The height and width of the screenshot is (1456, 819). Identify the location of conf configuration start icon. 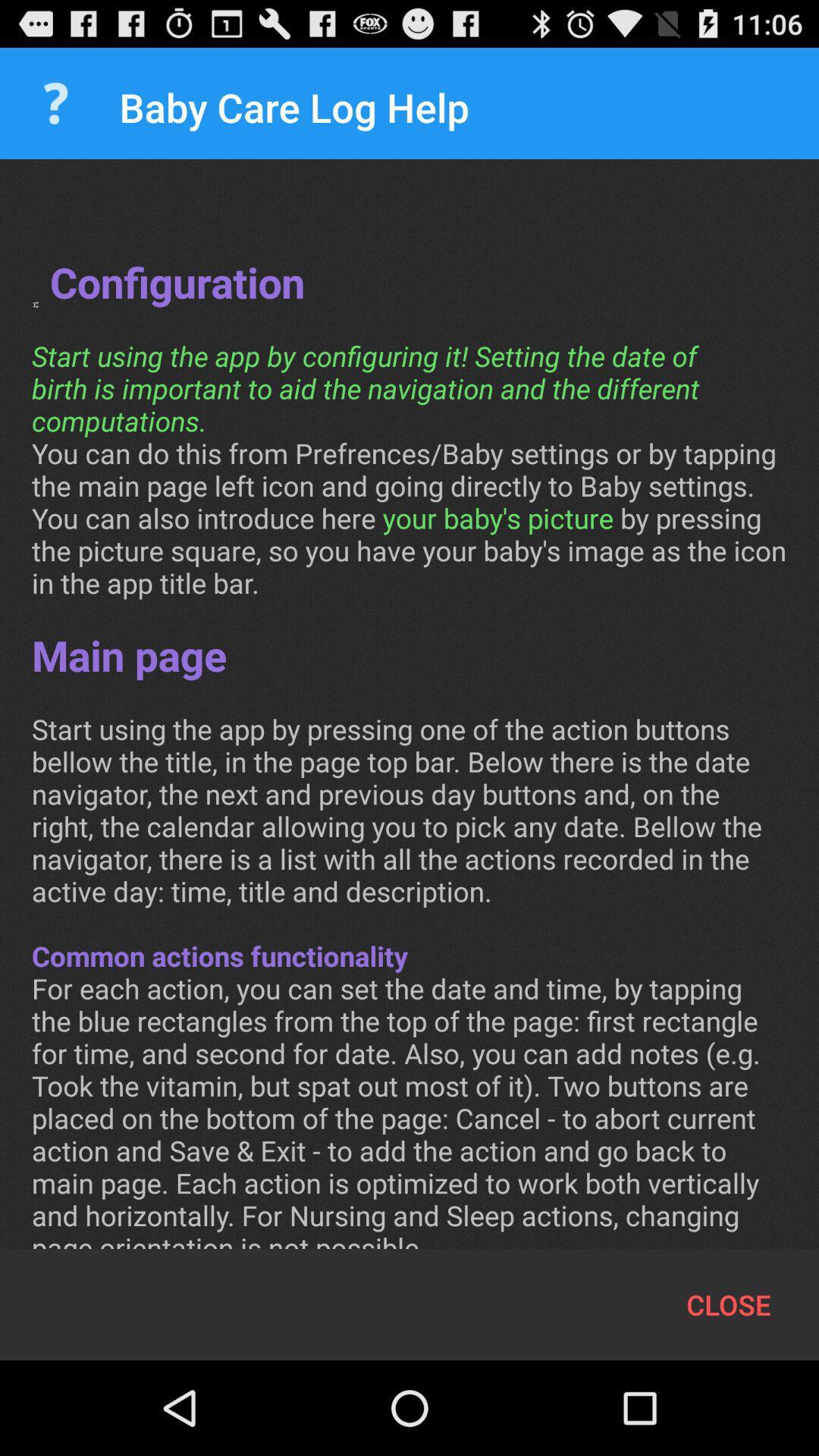
(409, 719).